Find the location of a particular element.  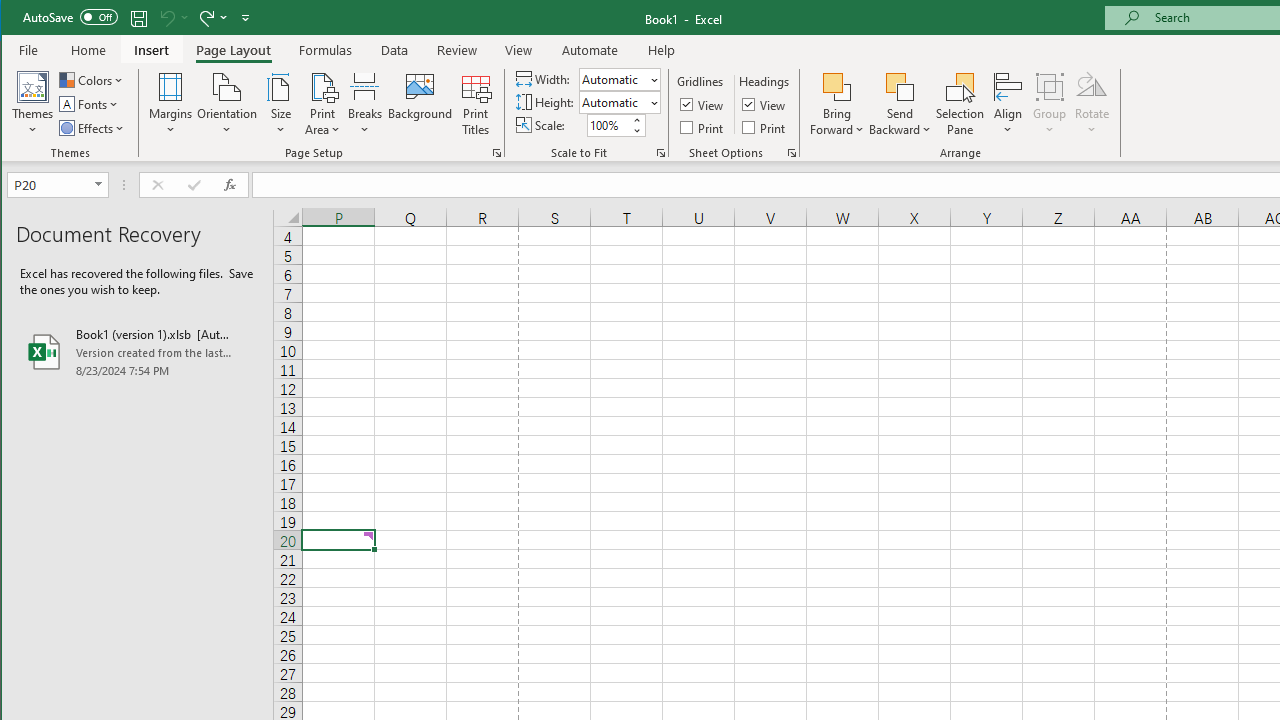

'Align' is located at coordinates (1008, 104).